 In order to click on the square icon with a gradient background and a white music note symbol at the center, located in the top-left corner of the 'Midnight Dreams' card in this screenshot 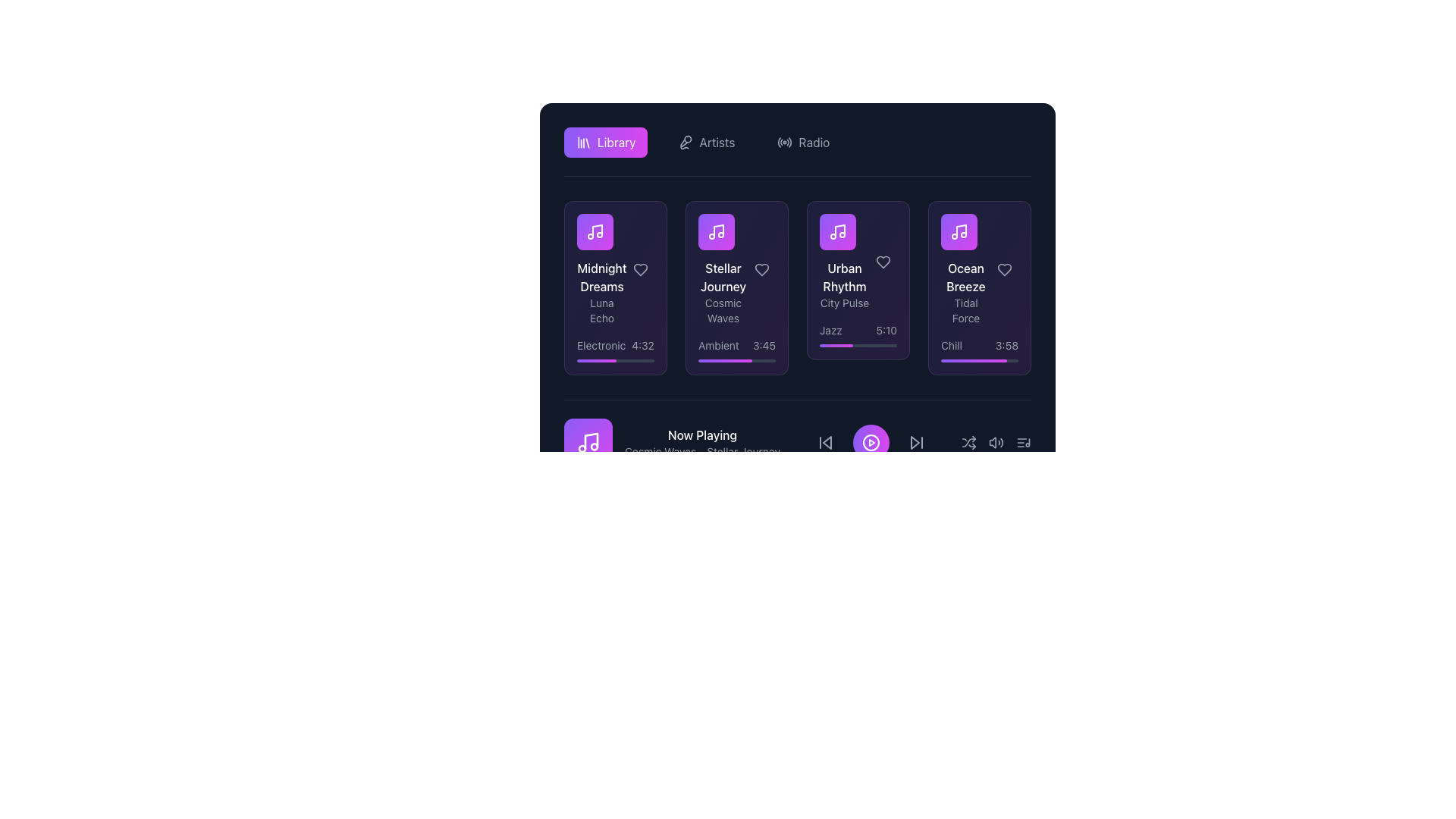, I will do `click(595, 231)`.